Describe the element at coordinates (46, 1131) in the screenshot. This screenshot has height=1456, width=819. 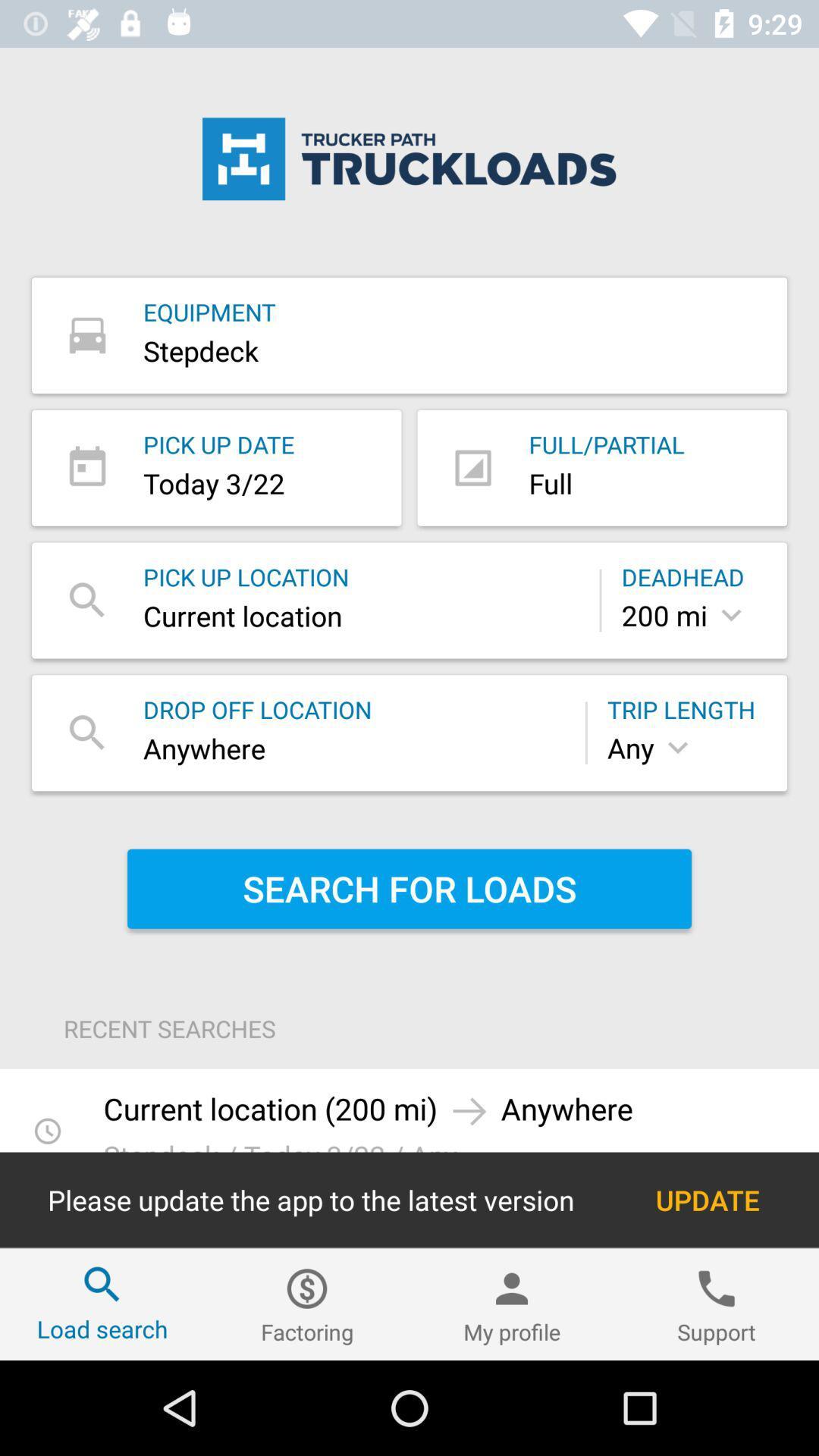
I see `timer icon at bottom left of page` at that location.